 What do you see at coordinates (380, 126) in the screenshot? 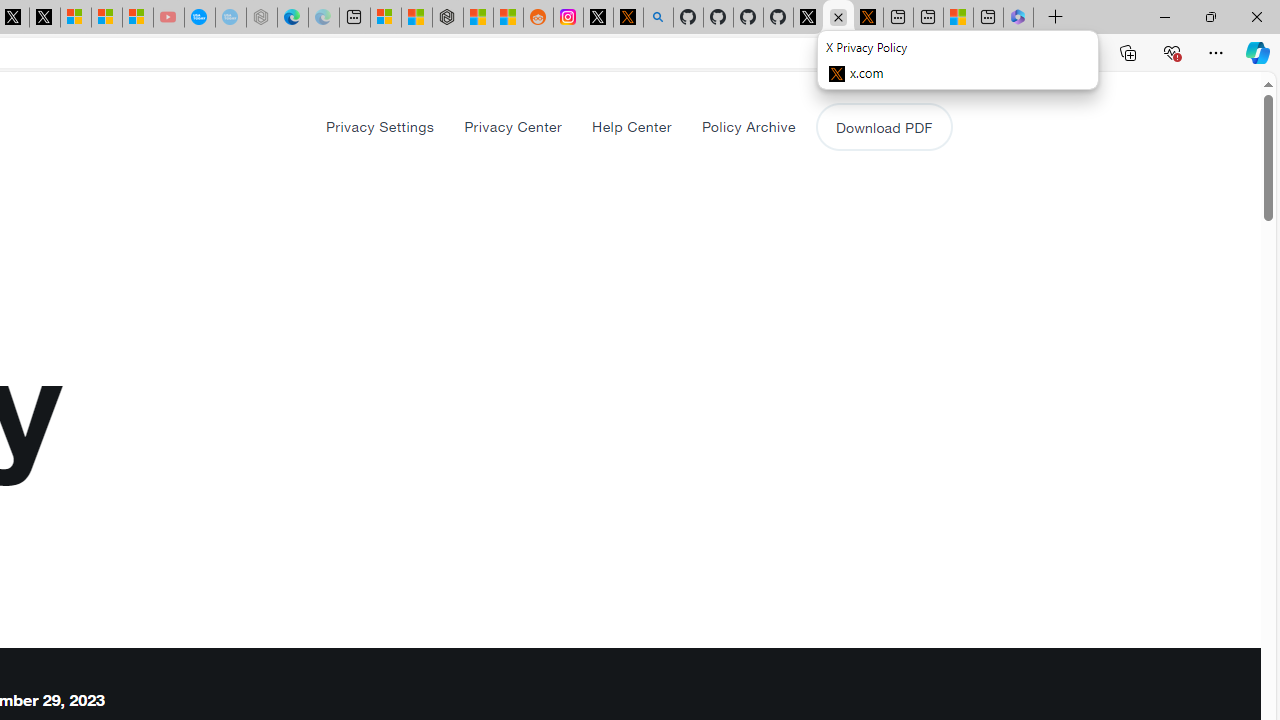
I see `'Privacy Settings'` at bounding box center [380, 126].